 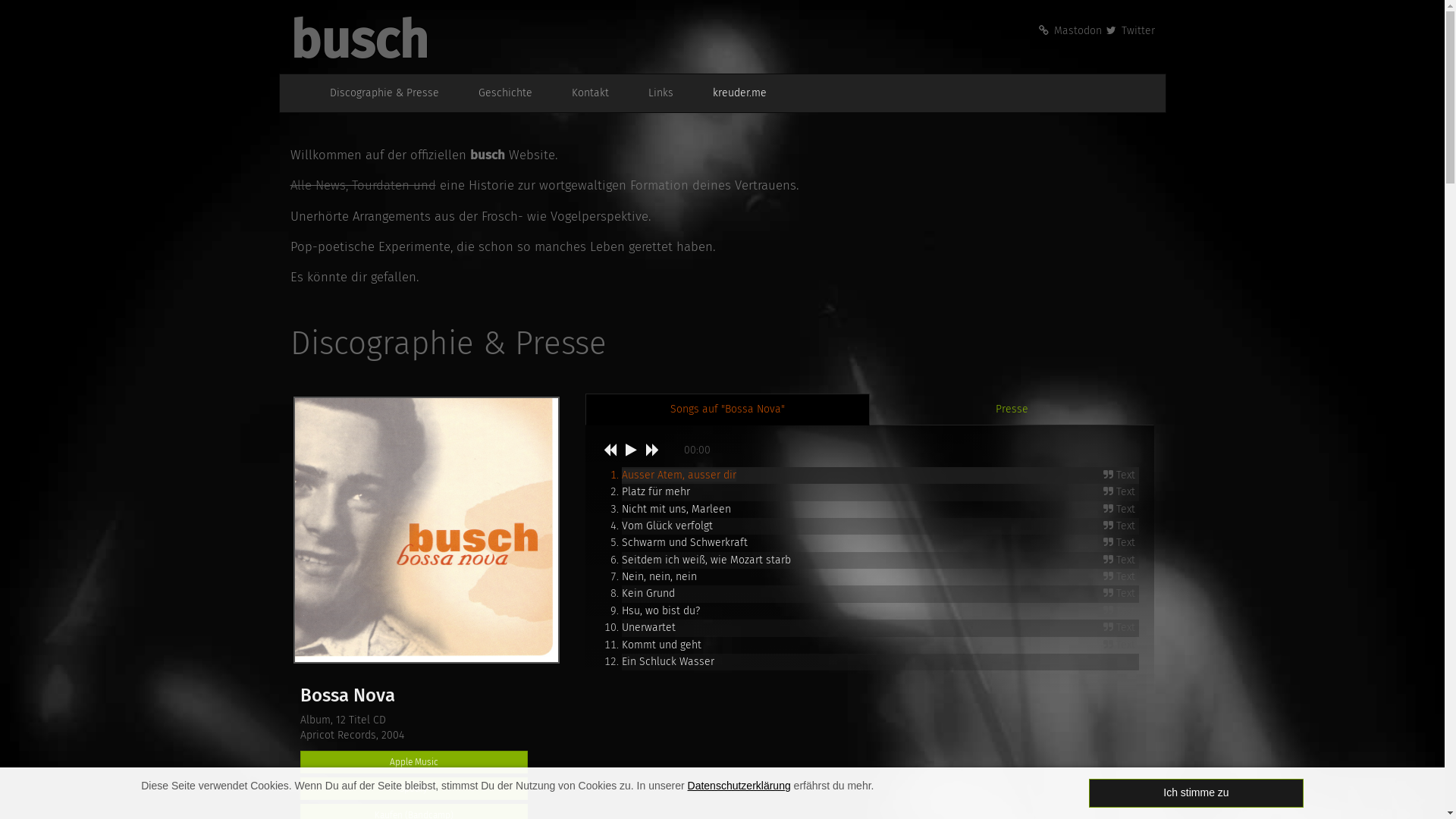 What do you see at coordinates (1121, 542) in the screenshot?
I see `'Text'` at bounding box center [1121, 542].